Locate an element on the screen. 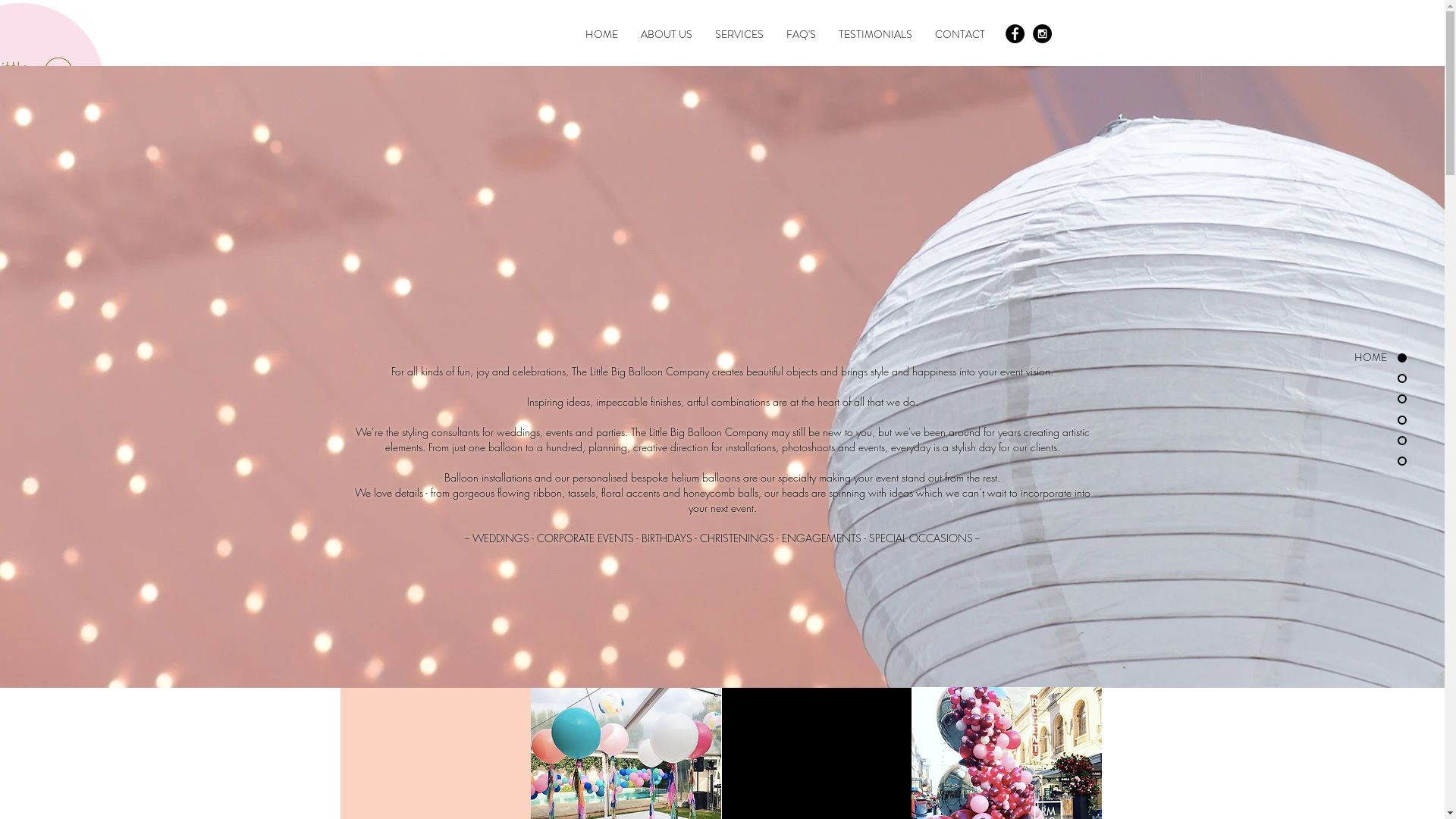 The height and width of the screenshot is (819, 1456). 'TESTIMONIALS' is located at coordinates (874, 34).